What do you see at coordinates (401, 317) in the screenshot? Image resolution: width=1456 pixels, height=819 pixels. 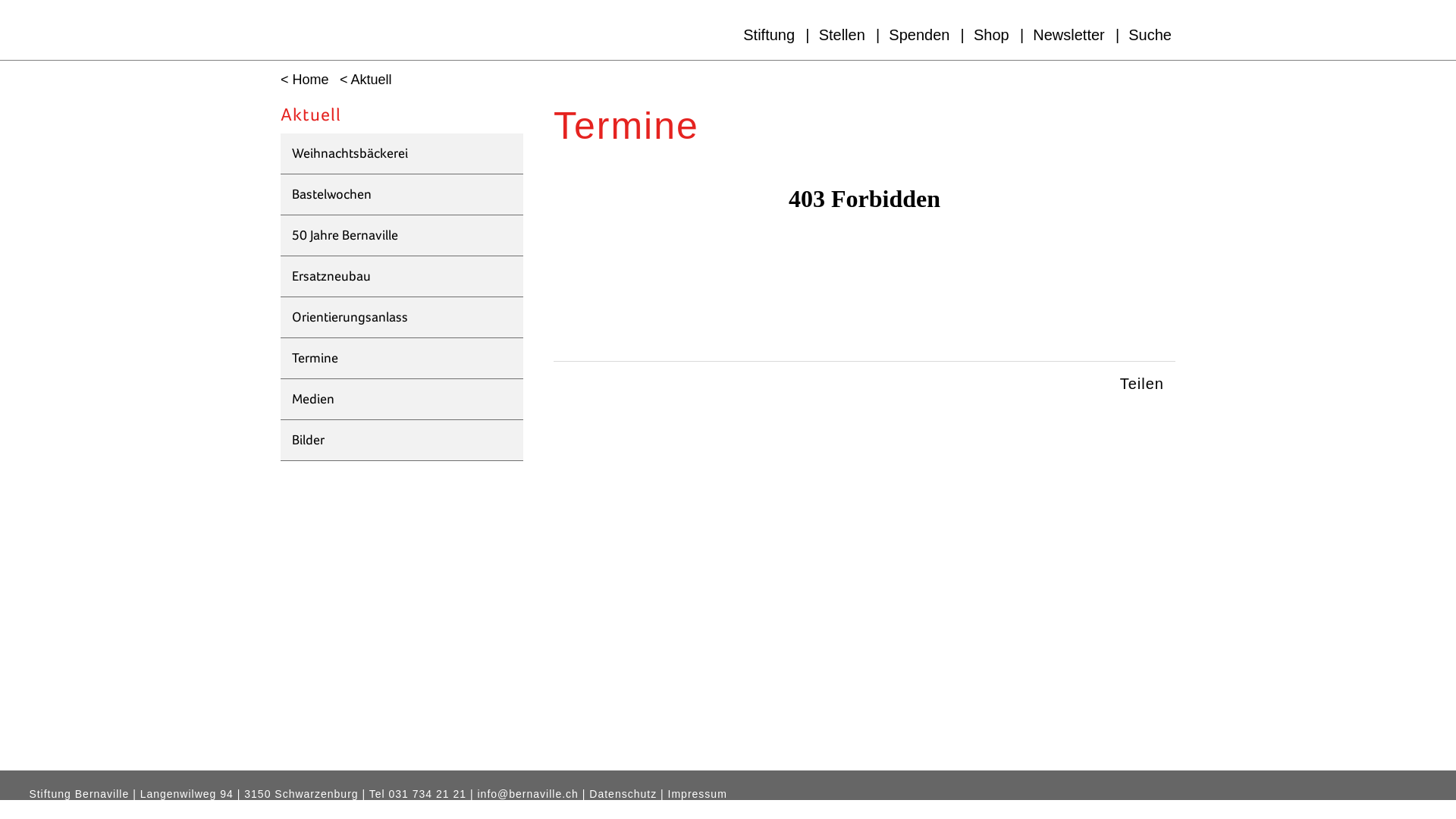 I see `'Orientierungsanlass'` at bounding box center [401, 317].